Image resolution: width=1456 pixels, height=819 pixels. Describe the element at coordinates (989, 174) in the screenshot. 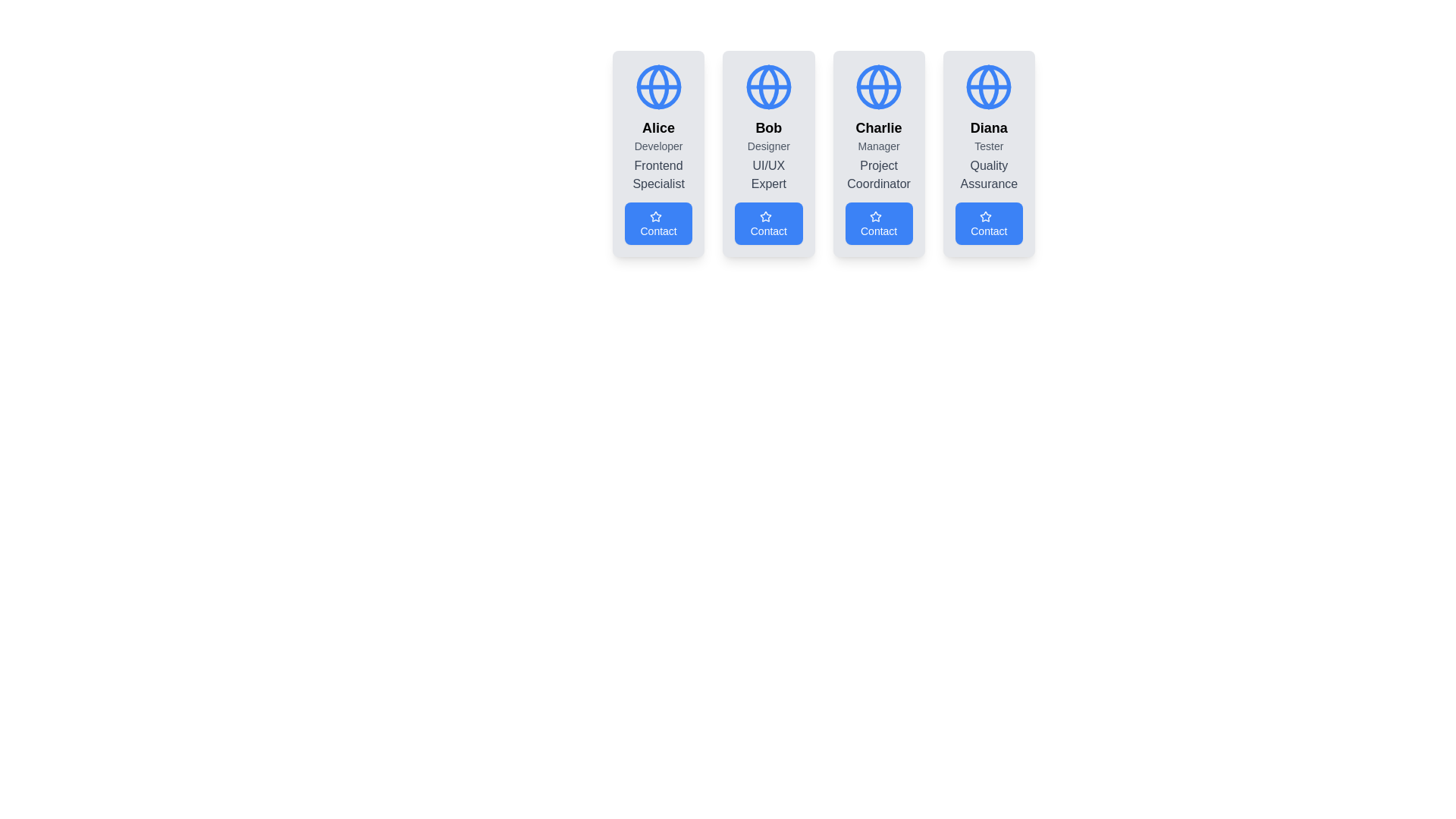

I see `the static text label displaying 'Quality Assurance', which is located in the fourth card from the left, beneath the 'Tester' label and above the 'Contact' button` at that location.